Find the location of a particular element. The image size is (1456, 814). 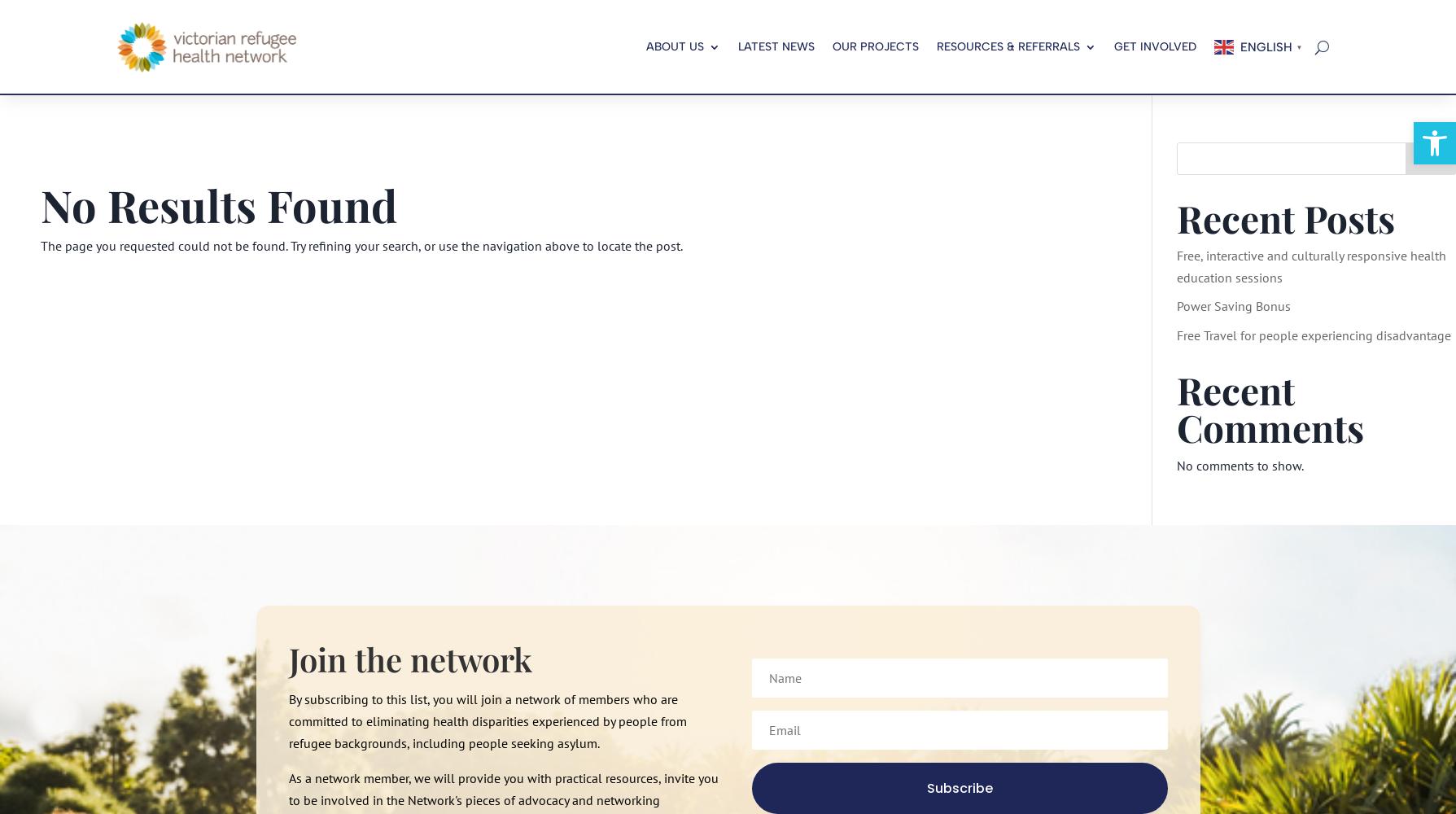

'Our Strategic Priorities' is located at coordinates (716, 190).